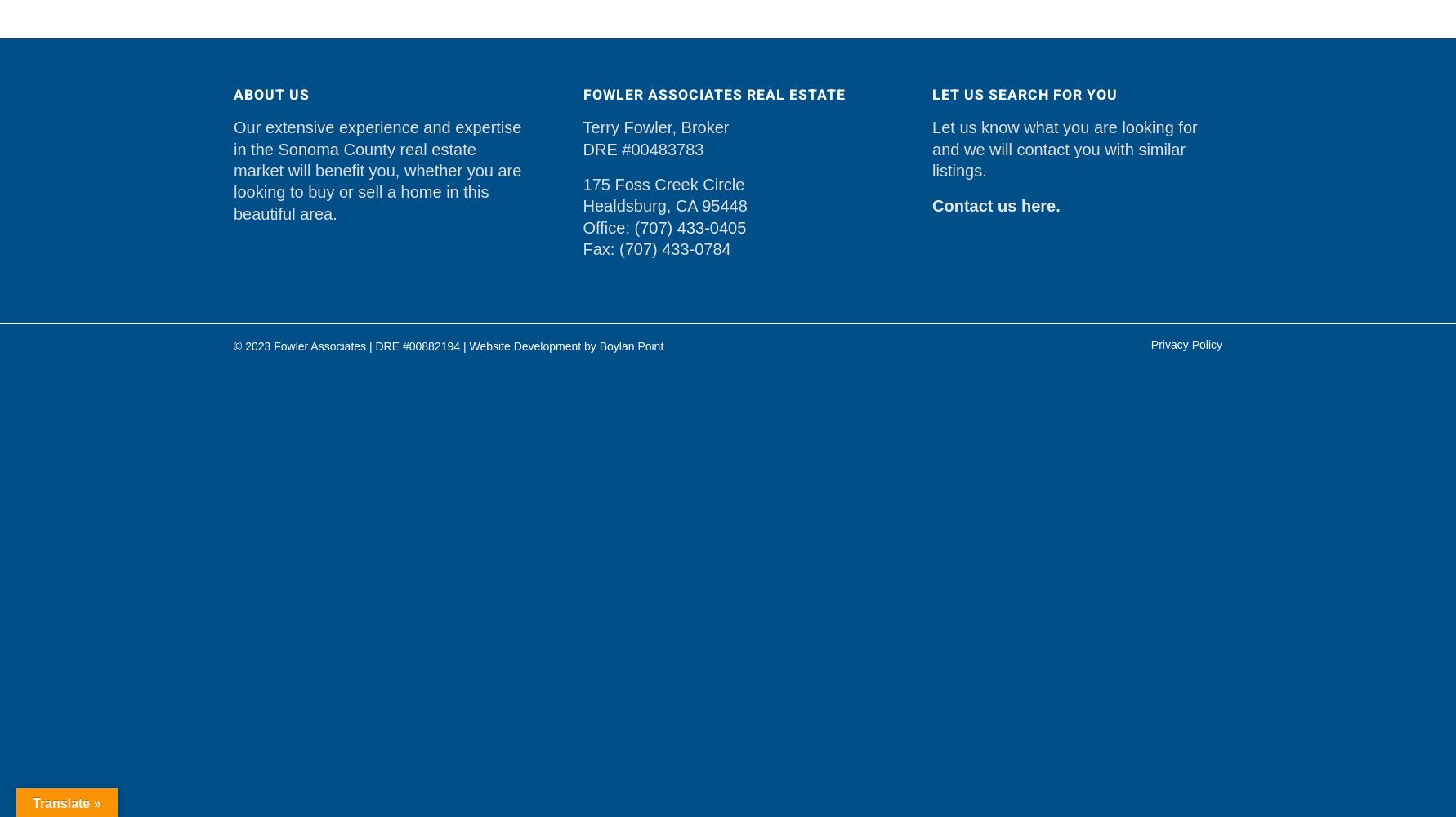  What do you see at coordinates (581, 93) in the screenshot?
I see `'Fowler Associates Real Estate'` at bounding box center [581, 93].